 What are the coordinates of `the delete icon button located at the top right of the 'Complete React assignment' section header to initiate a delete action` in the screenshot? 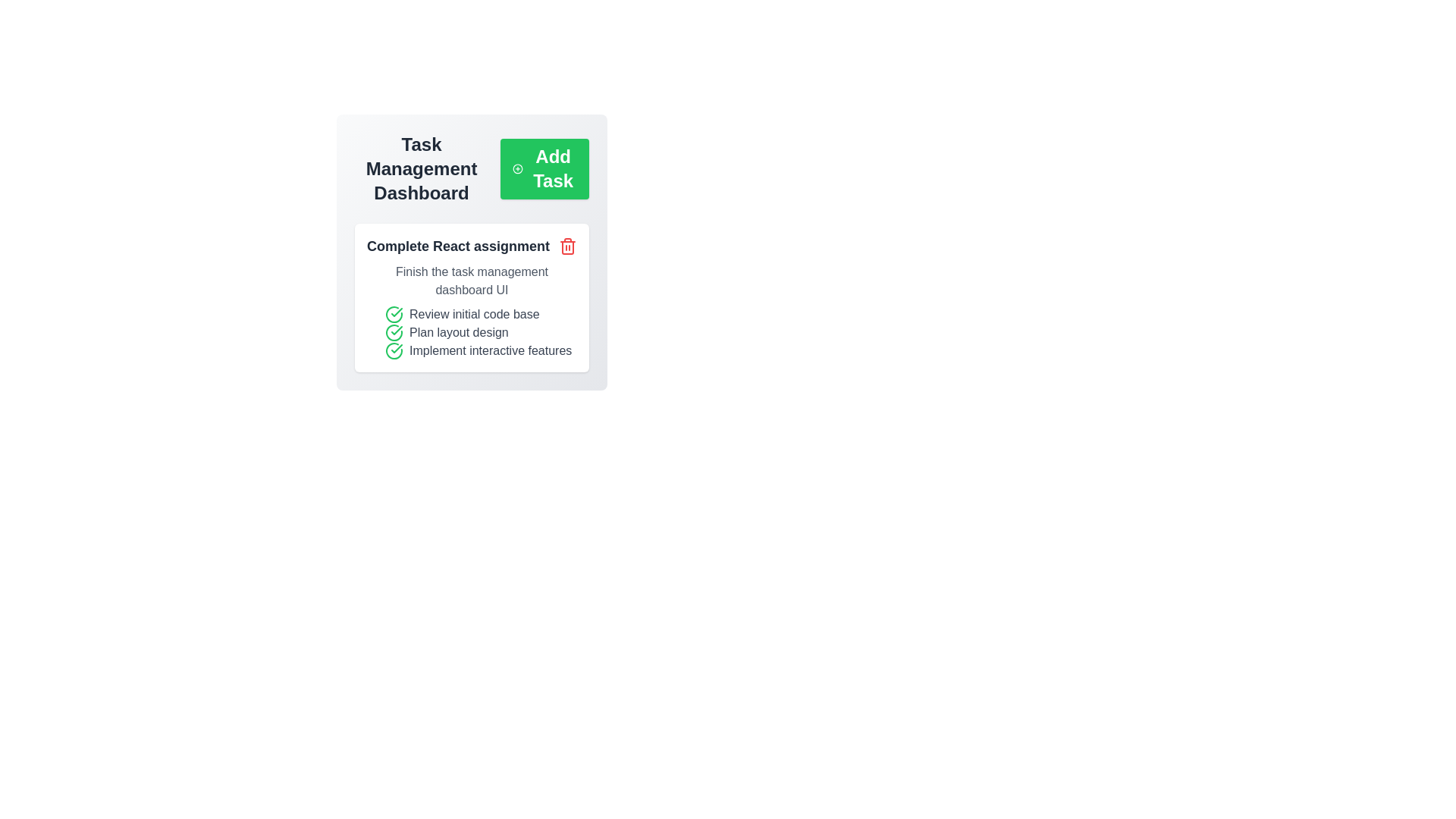 It's located at (566, 245).